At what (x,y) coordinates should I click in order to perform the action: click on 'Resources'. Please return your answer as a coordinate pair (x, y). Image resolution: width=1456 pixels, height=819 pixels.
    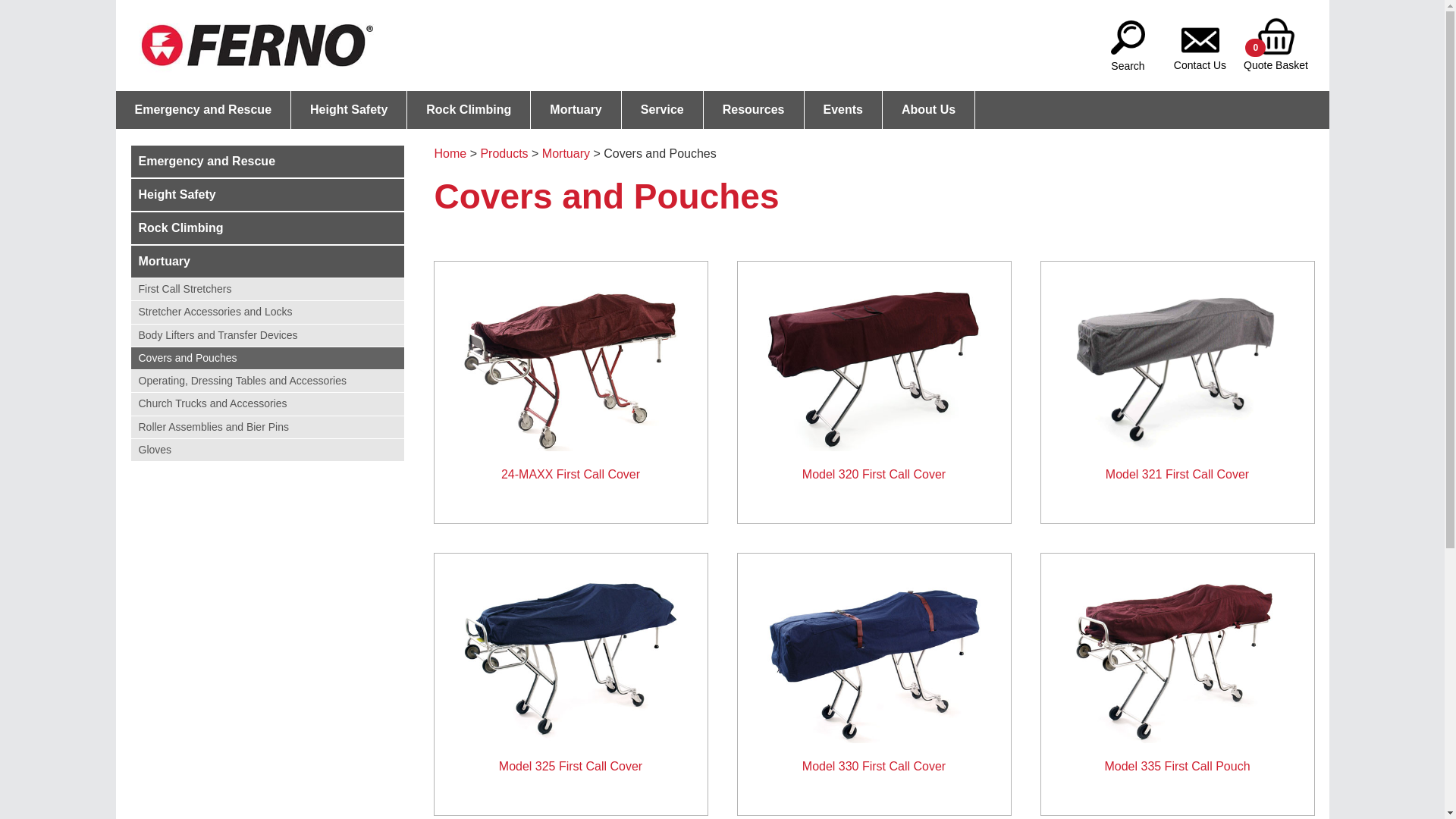
    Looking at the image, I should click on (702, 109).